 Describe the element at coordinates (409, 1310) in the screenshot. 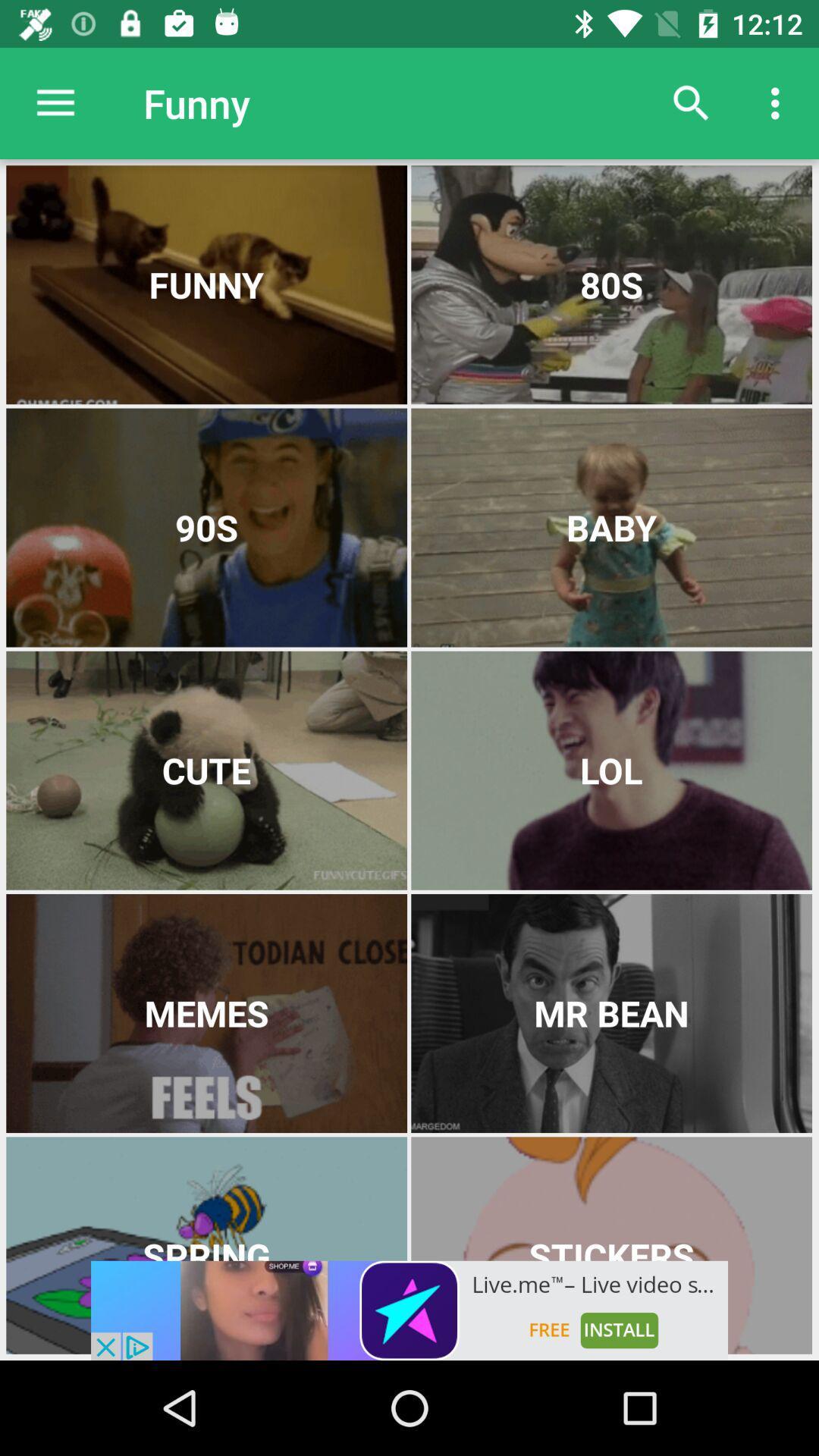

I see `advertisement` at that location.